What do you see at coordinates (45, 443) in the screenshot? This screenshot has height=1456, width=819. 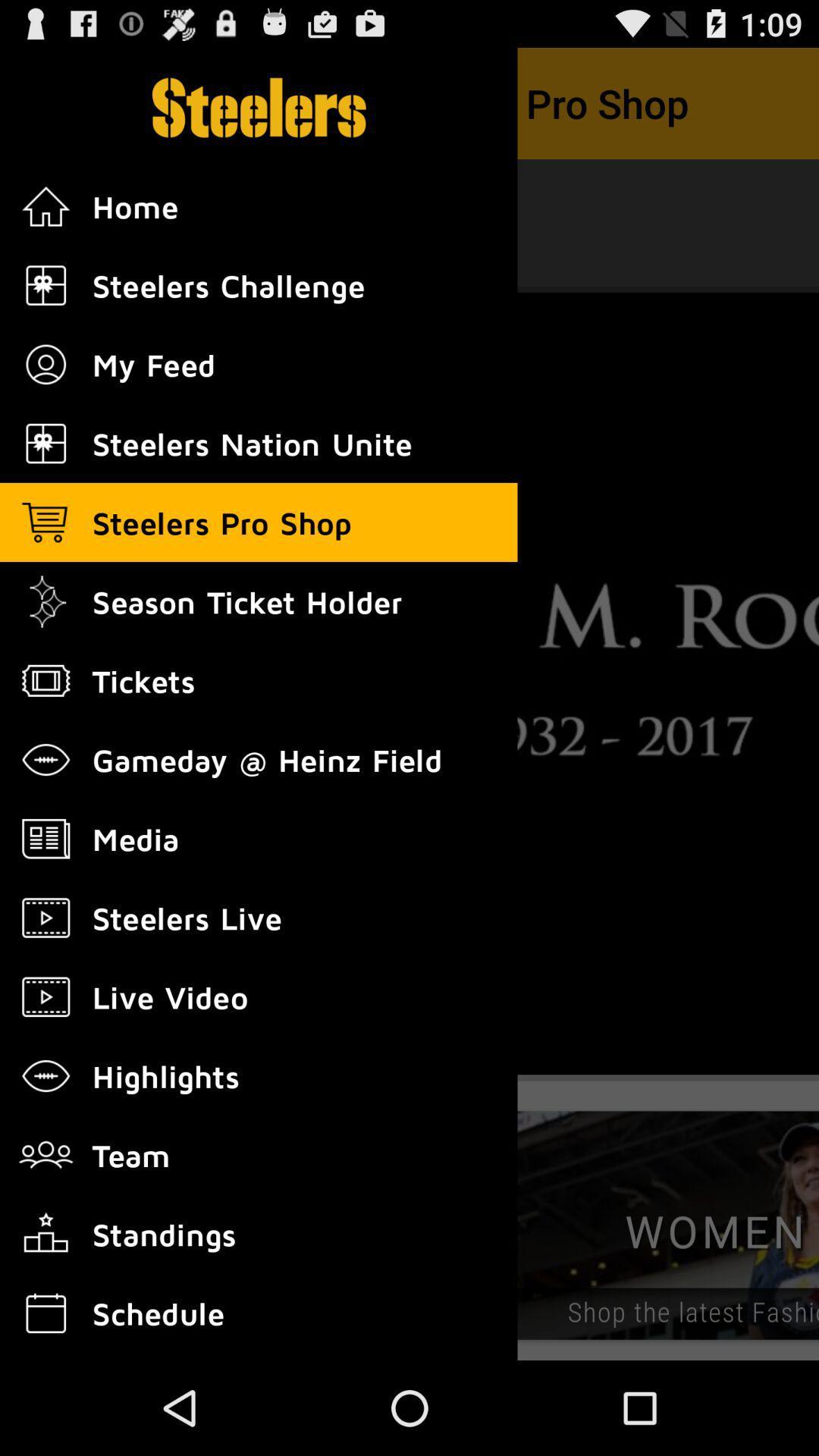 I see `the steelers nation unite icon` at bounding box center [45, 443].